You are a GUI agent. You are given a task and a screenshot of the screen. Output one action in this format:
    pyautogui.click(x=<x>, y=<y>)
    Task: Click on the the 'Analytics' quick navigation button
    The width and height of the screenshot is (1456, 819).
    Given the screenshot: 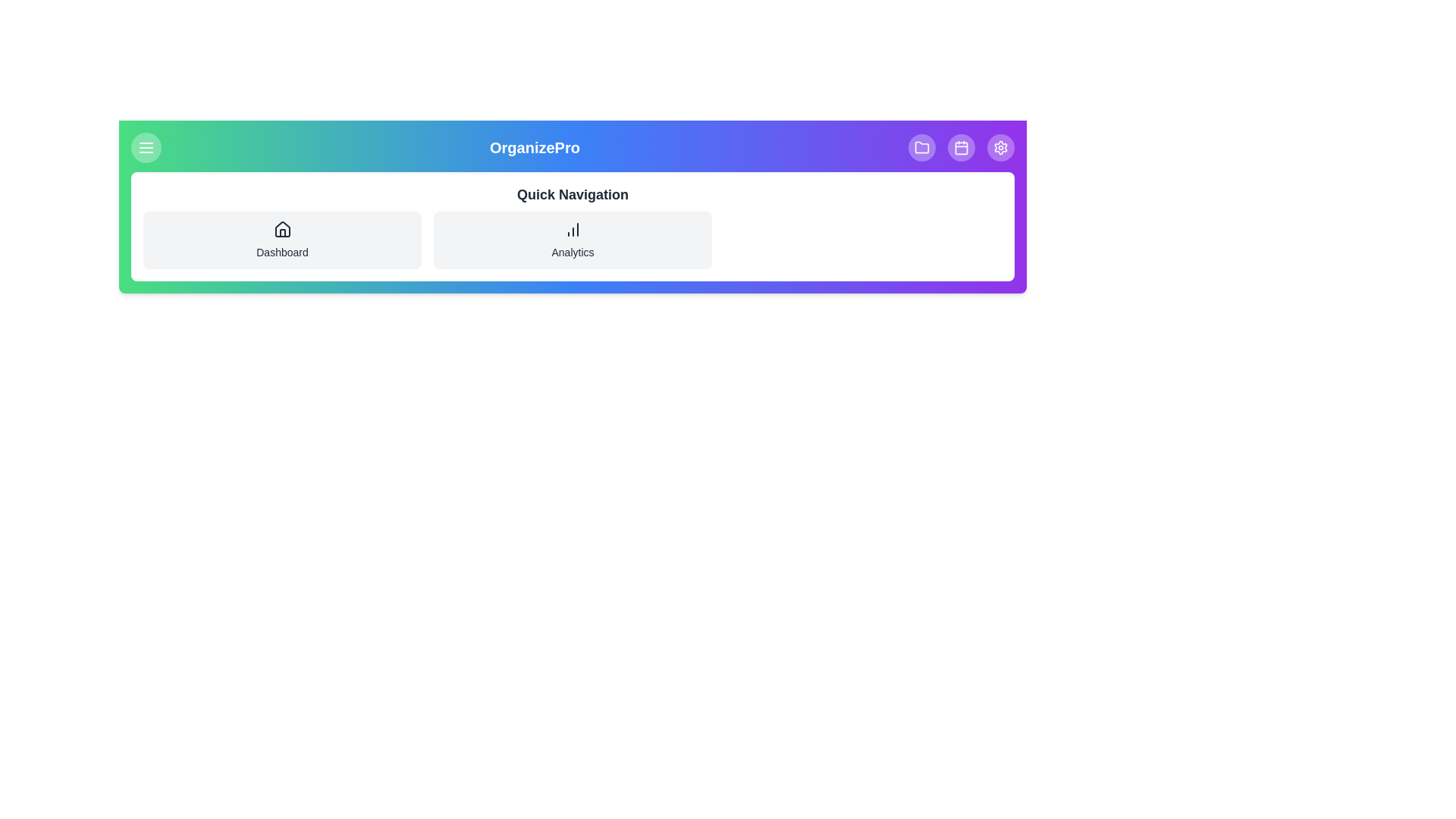 What is the action you would take?
    pyautogui.click(x=572, y=239)
    